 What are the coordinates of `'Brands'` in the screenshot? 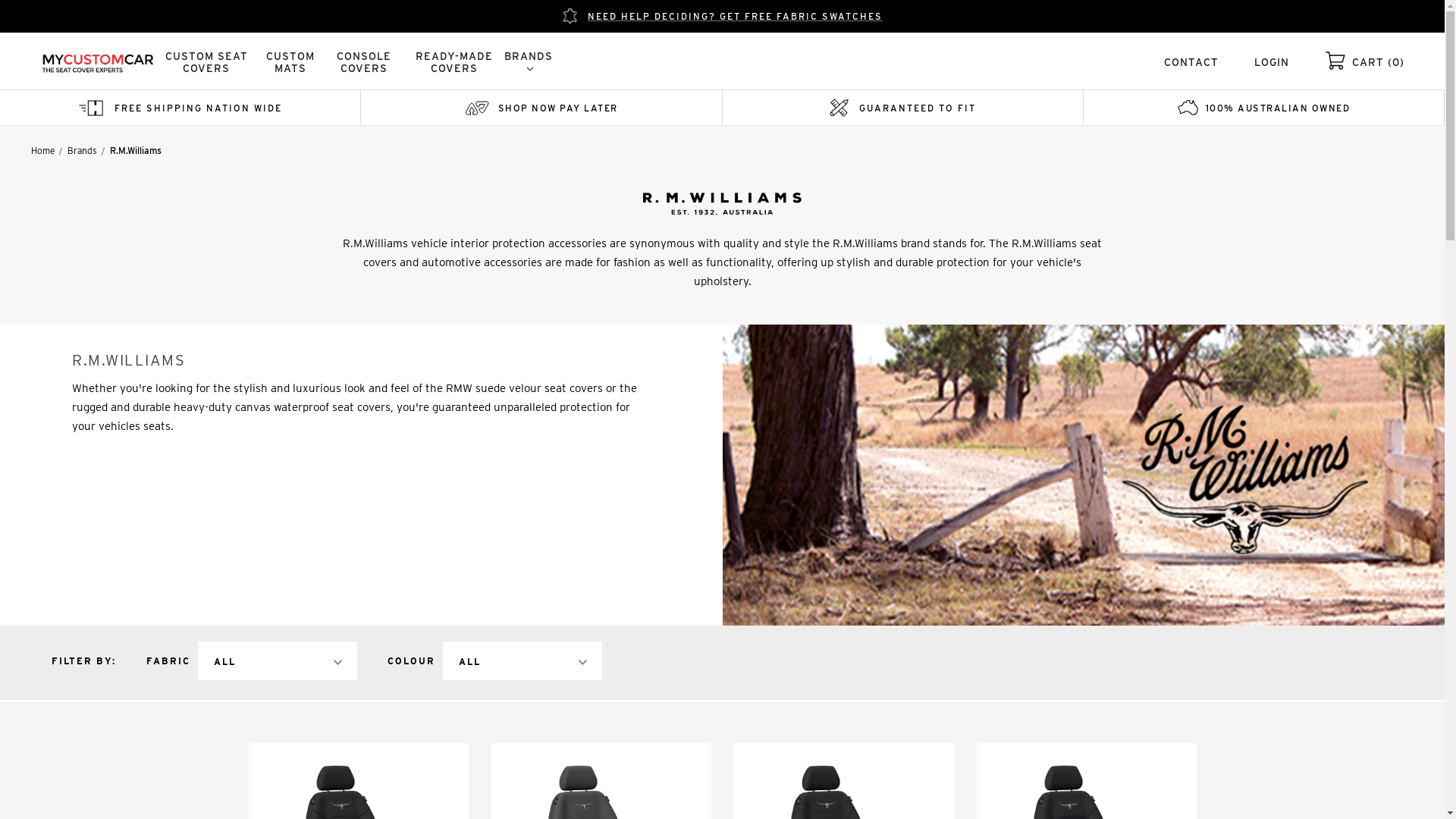 It's located at (81, 150).